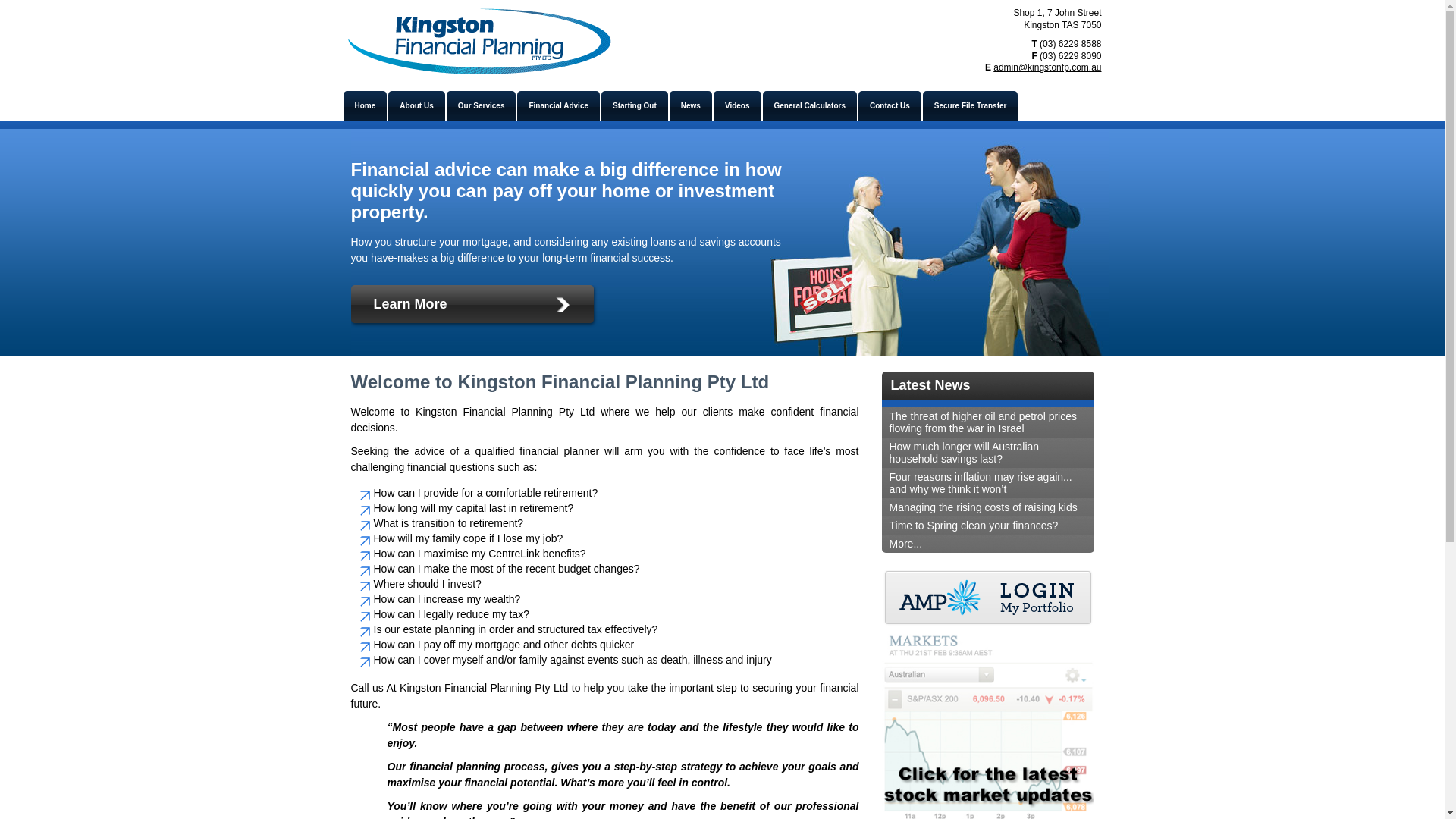 The width and height of the screenshot is (1456, 819). I want to click on 'Videos', so click(737, 105).